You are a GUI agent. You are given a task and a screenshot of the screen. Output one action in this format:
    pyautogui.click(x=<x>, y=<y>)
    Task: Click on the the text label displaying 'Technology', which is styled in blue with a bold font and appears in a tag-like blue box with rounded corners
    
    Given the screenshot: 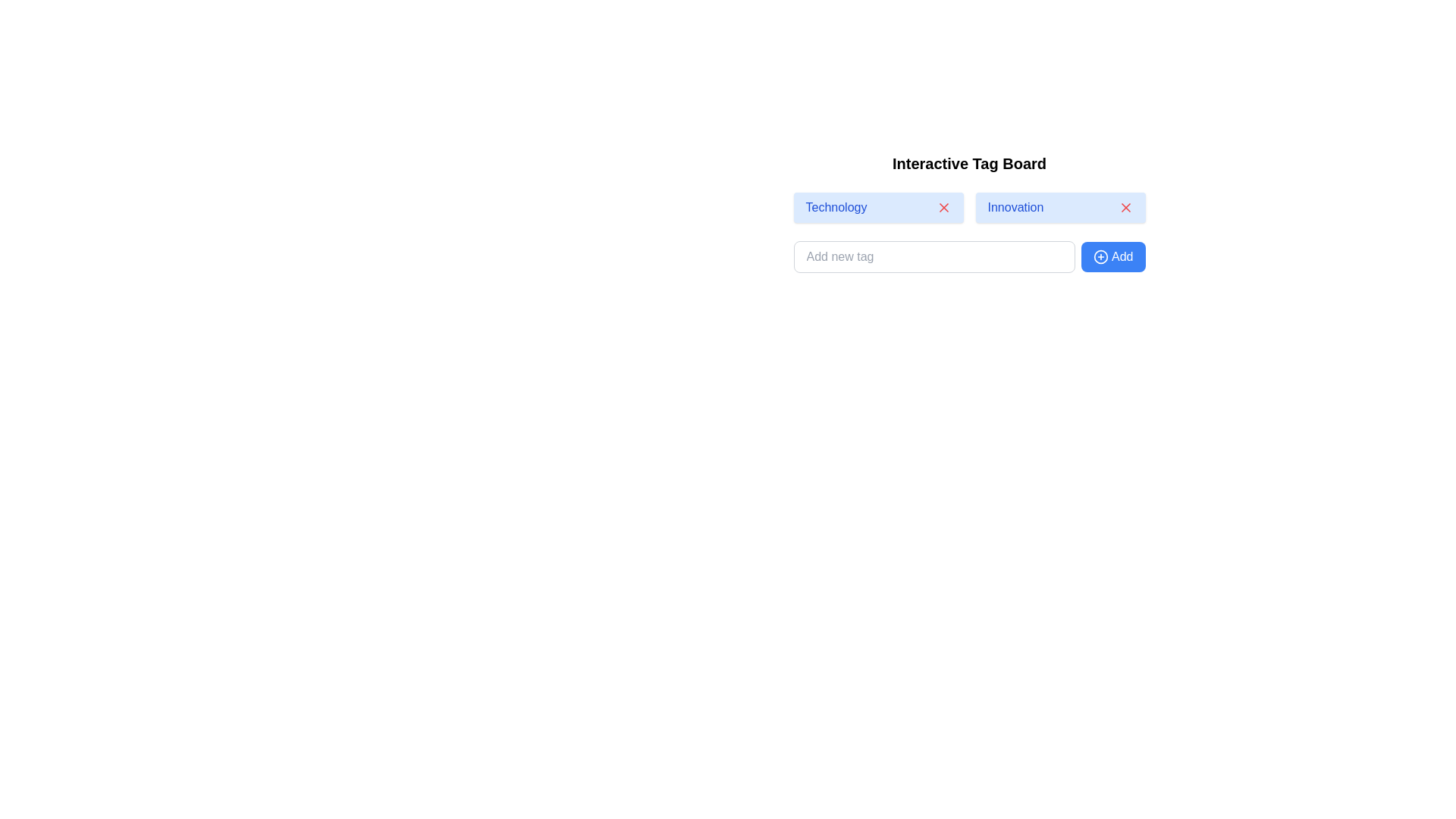 What is the action you would take?
    pyautogui.click(x=836, y=207)
    